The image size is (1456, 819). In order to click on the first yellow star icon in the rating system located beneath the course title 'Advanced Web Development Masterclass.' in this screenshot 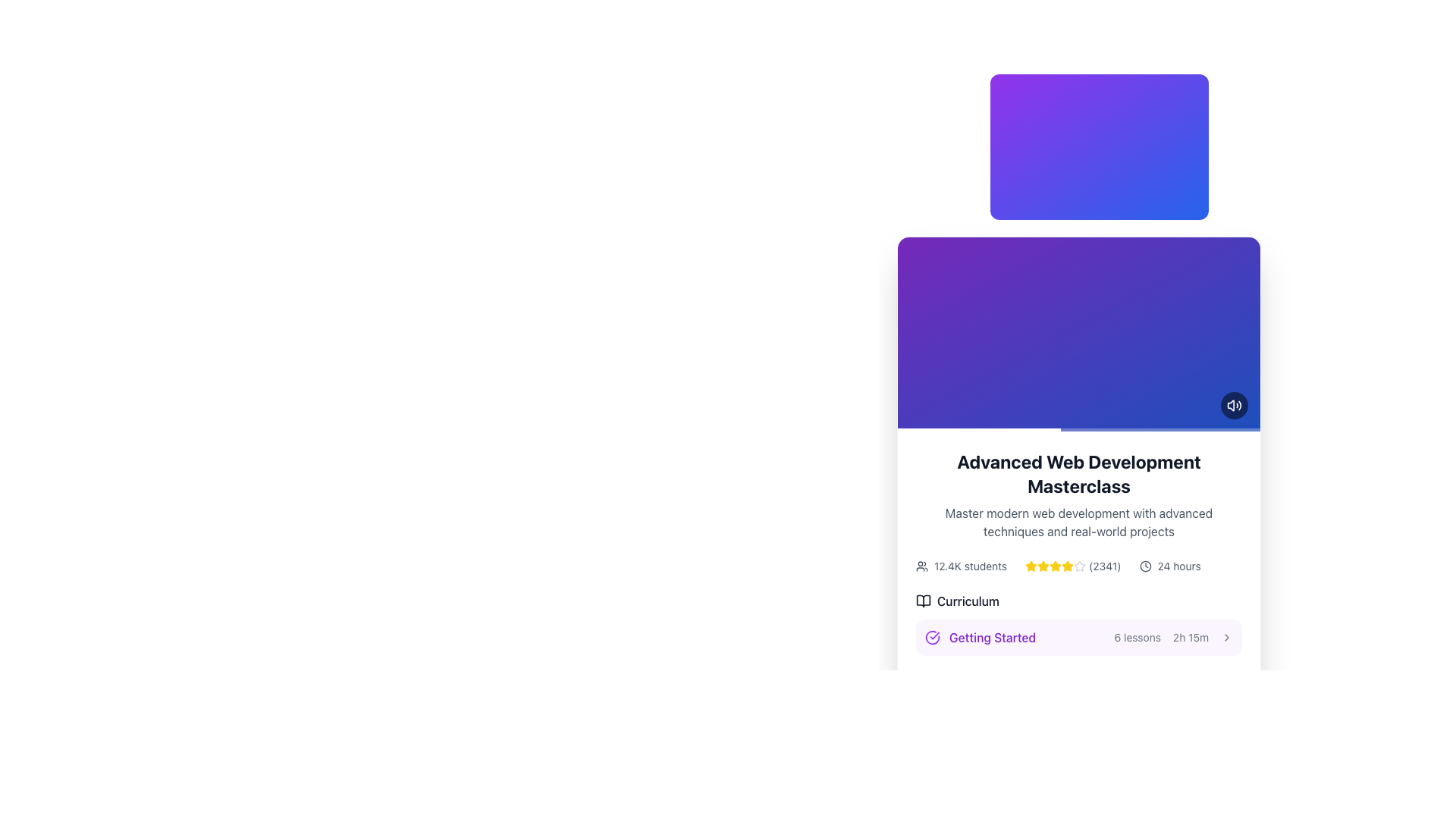, I will do `click(1031, 566)`.